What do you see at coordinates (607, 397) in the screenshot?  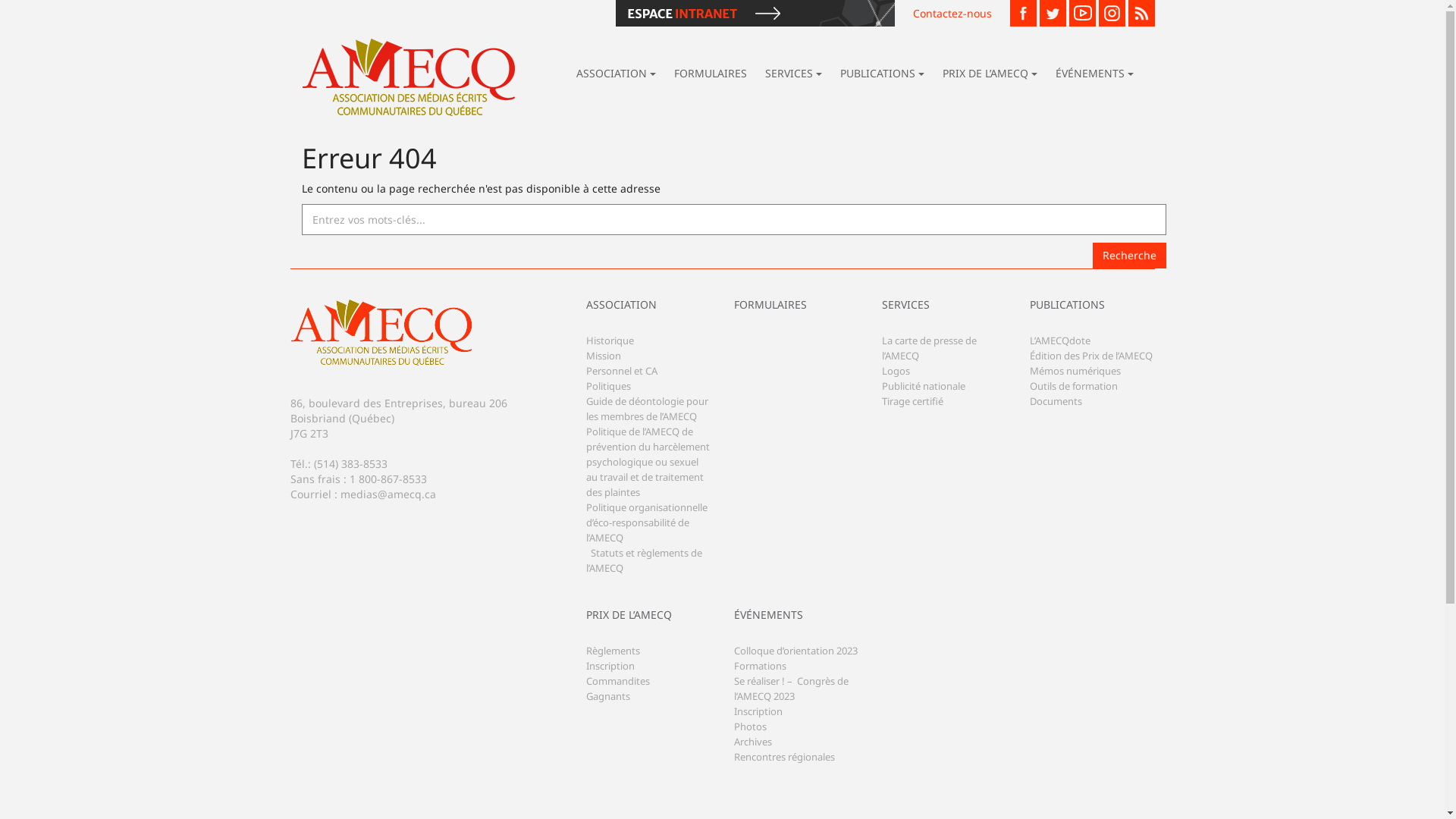 I see `'Politiques'` at bounding box center [607, 397].